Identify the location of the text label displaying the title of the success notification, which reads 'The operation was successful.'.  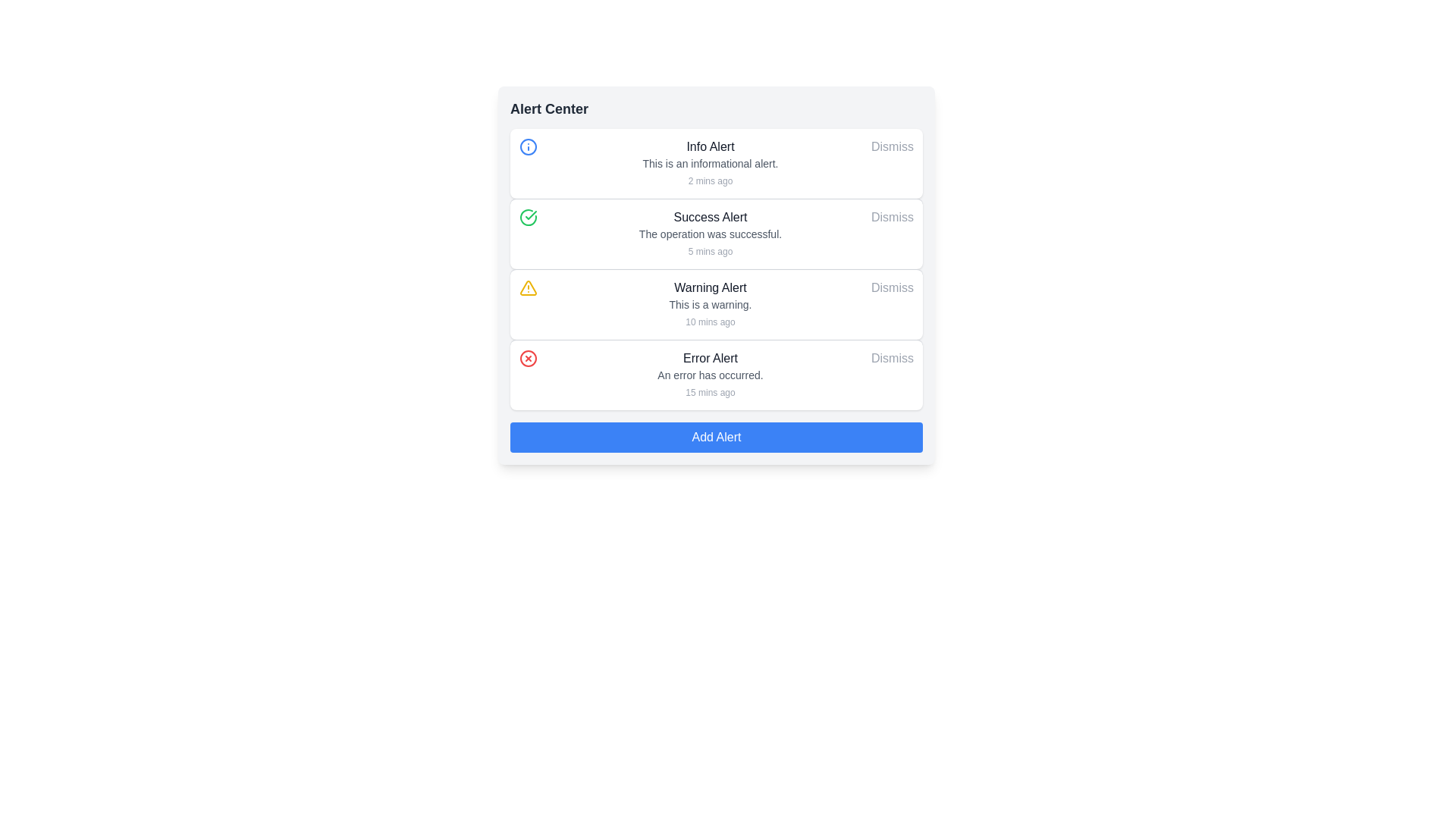
(709, 217).